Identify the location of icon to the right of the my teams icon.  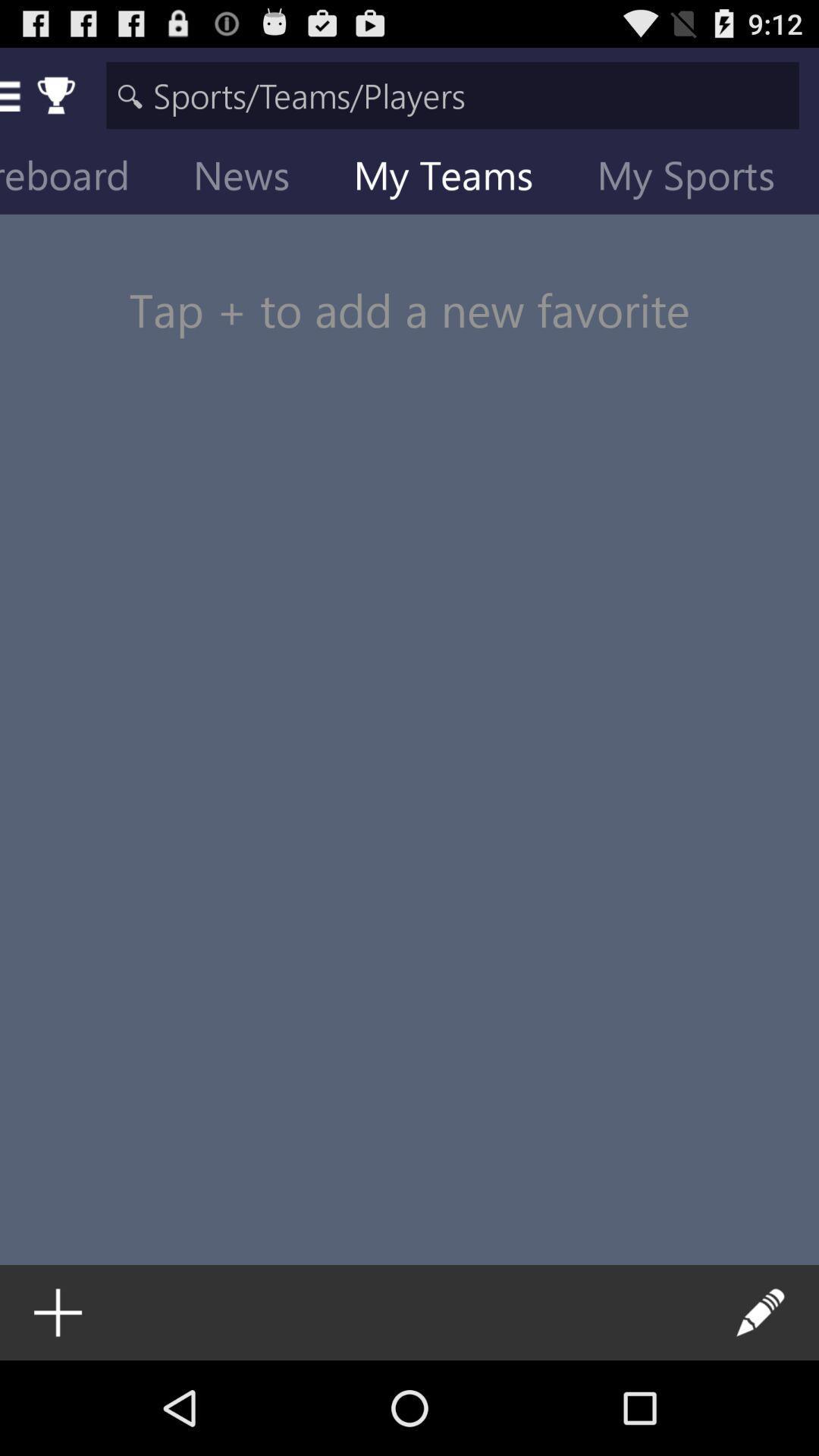
(698, 178).